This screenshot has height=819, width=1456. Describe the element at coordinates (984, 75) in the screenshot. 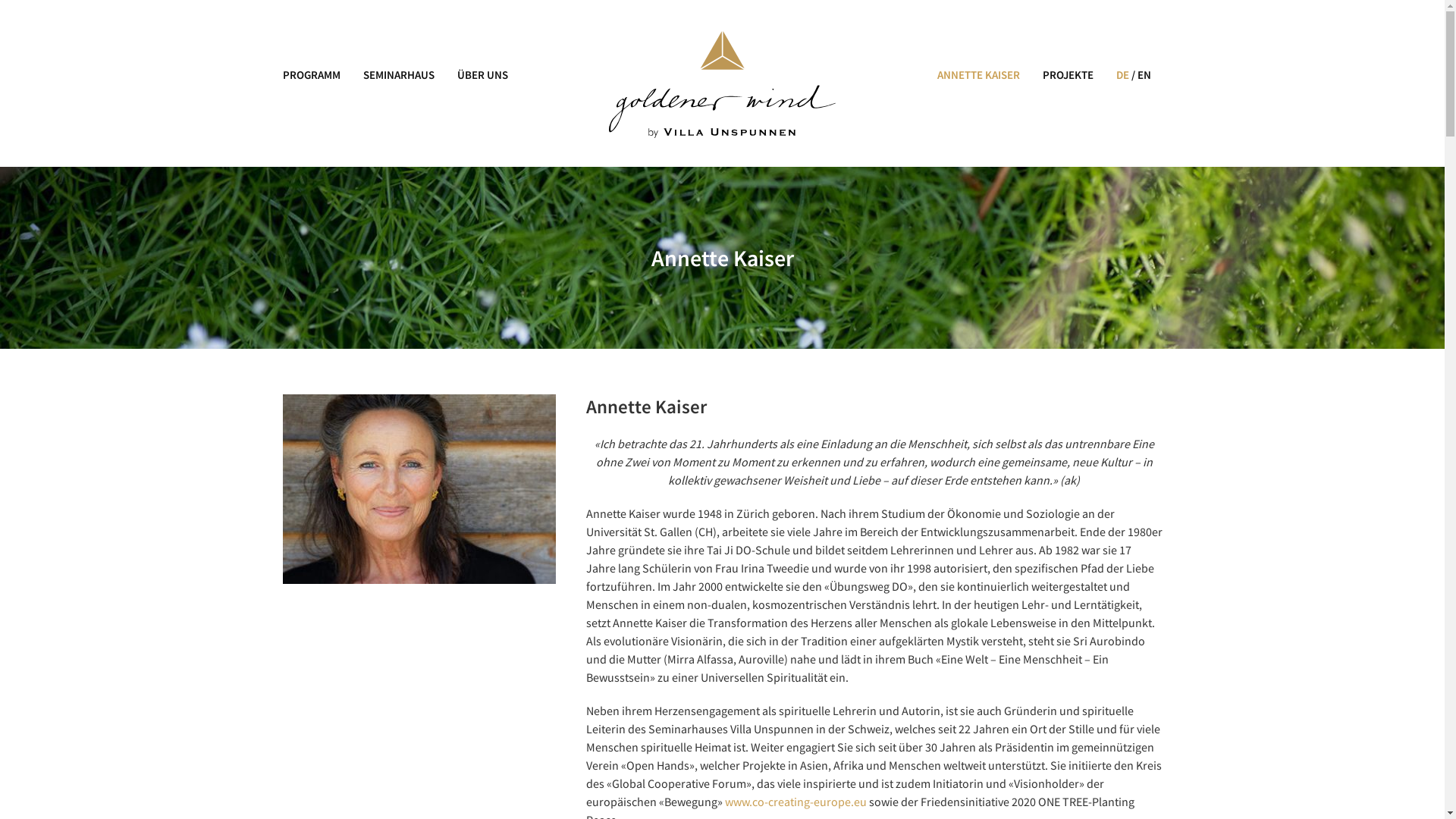

I see `'ANNETTE KAISER'` at that location.